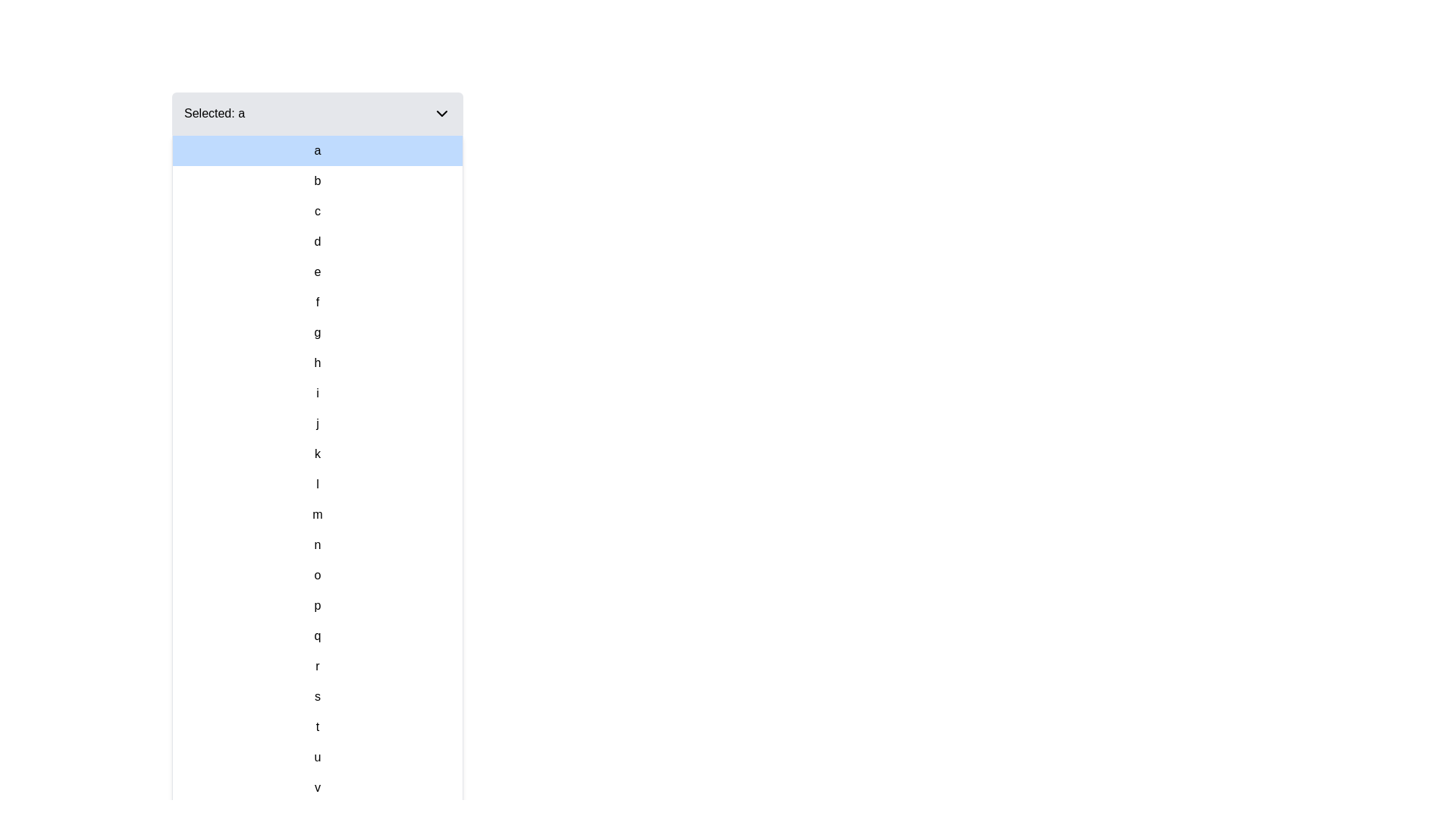 This screenshot has width=1456, height=819. Describe the element at coordinates (316, 332) in the screenshot. I see `the single list item displaying the letter 'g'` at that location.